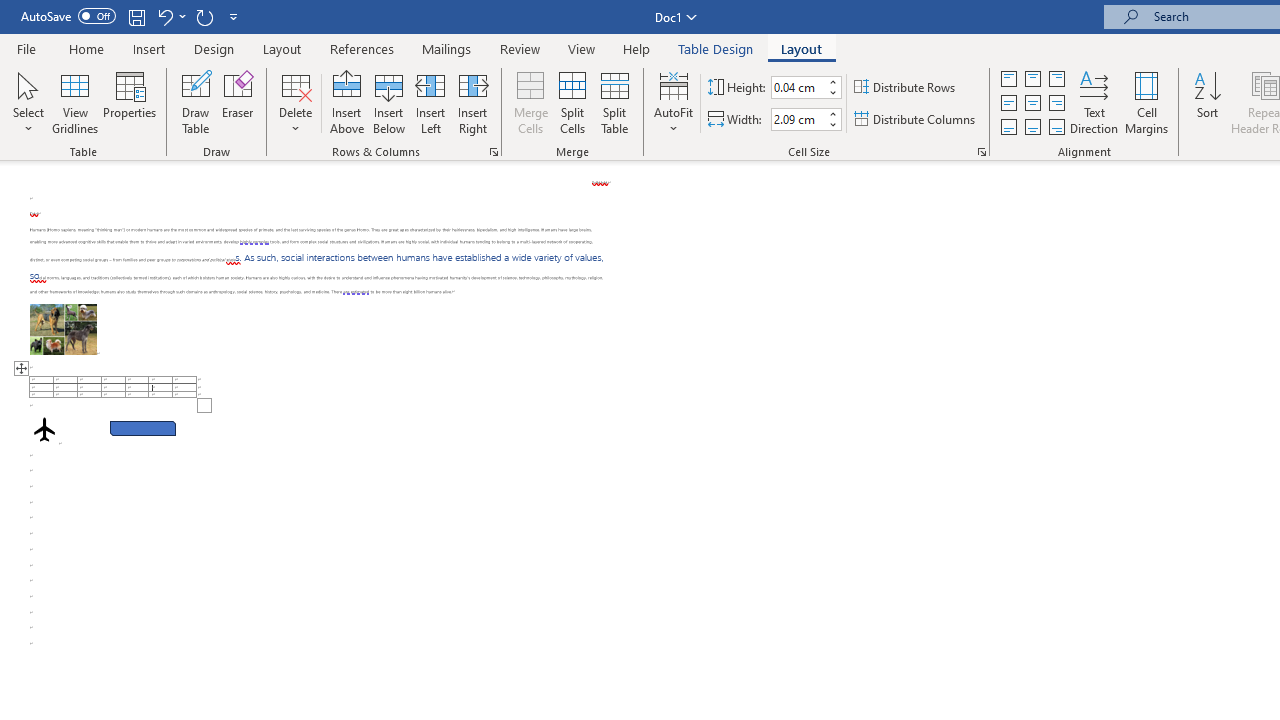 The width and height of the screenshot is (1280, 720). Describe the element at coordinates (716, 48) in the screenshot. I see `'Table Design'` at that location.